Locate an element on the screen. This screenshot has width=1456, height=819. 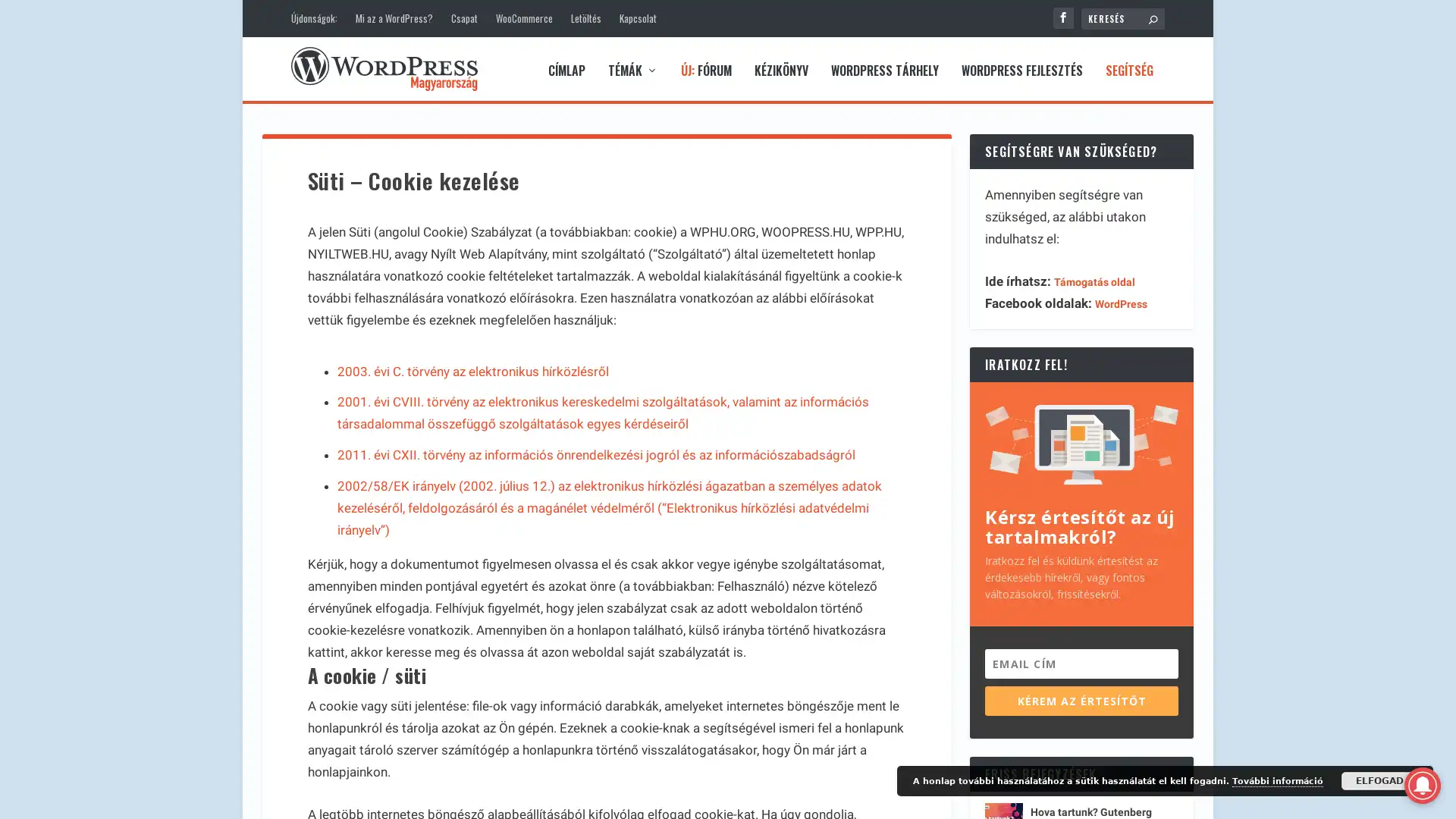
ELFOGAD is located at coordinates (1379, 780).